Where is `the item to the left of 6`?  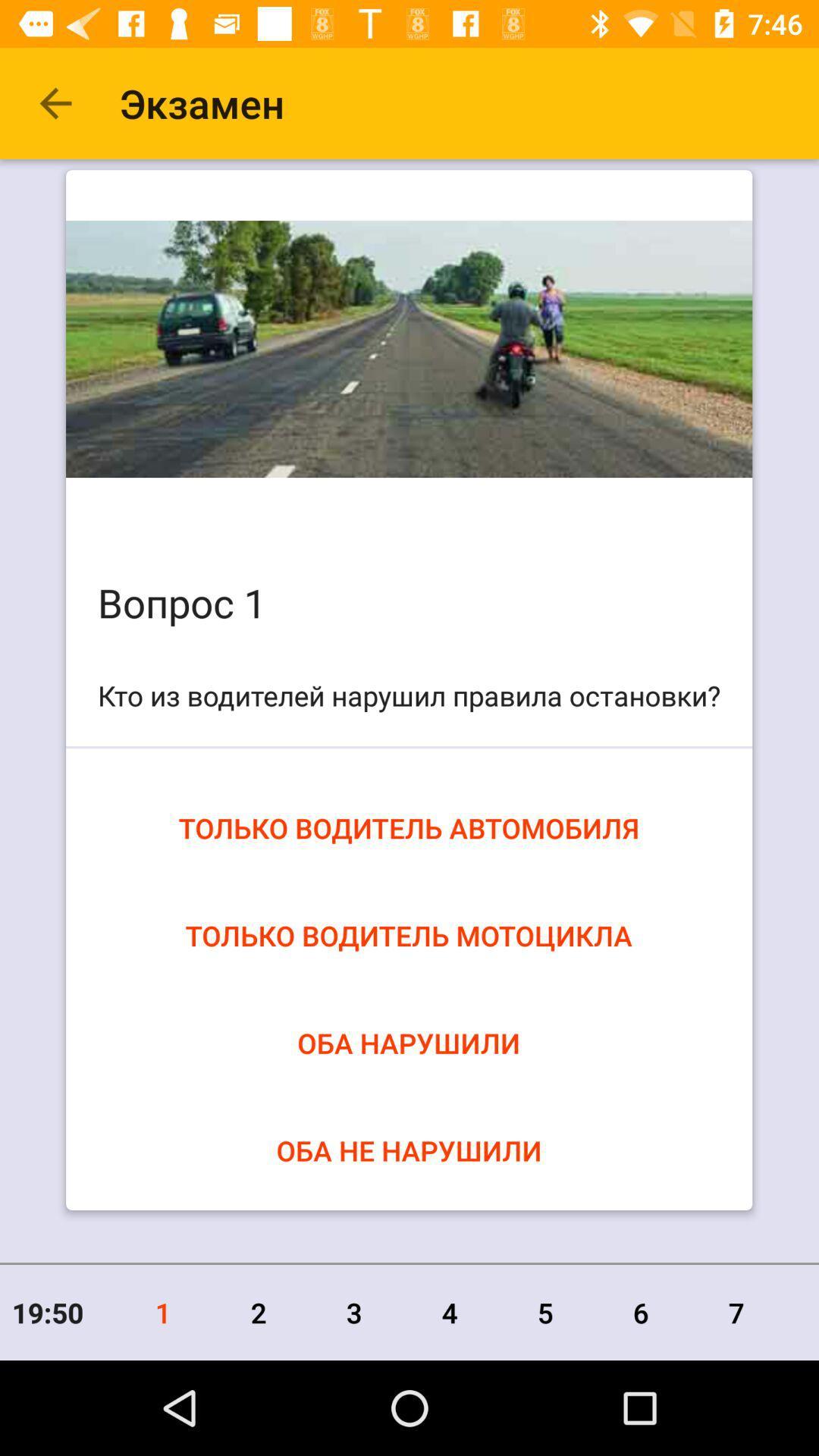
the item to the left of 6 is located at coordinates (544, 1312).